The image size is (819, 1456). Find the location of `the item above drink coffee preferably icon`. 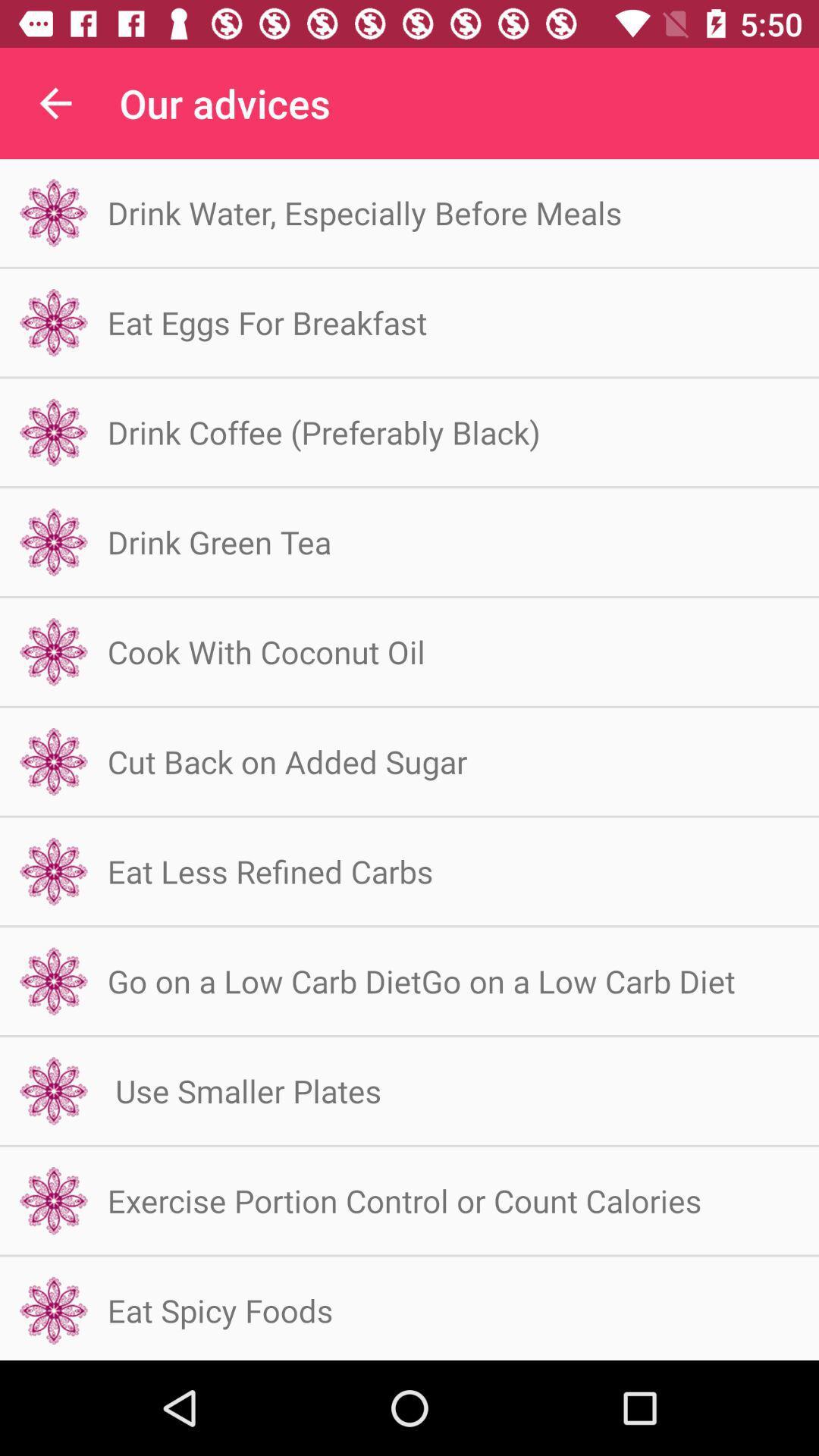

the item above drink coffee preferably icon is located at coordinates (266, 322).